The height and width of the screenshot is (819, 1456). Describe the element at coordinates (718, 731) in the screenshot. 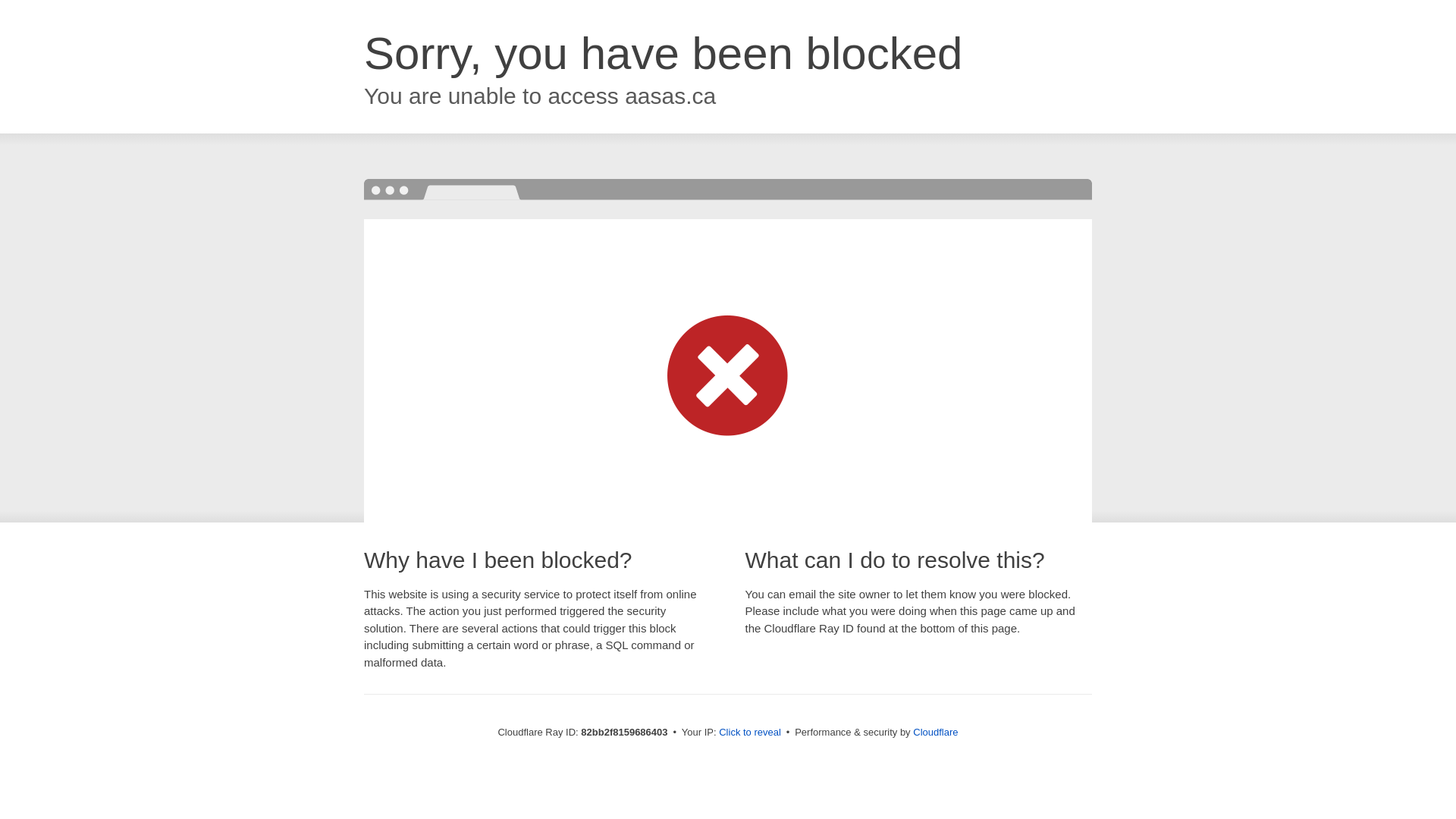

I see `'Click to reveal'` at that location.